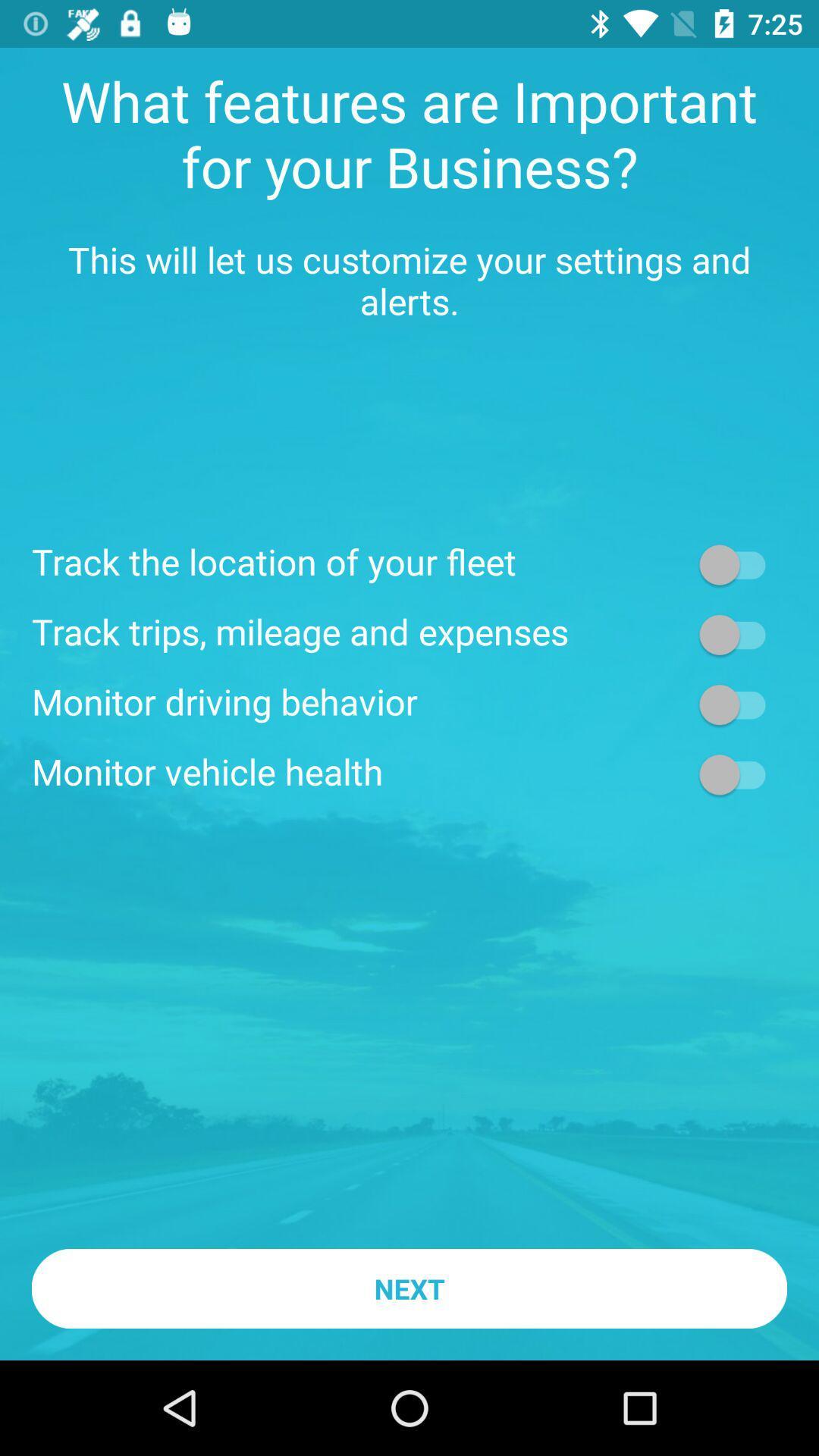 The height and width of the screenshot is (1456, 819). I want to click on on/off button, so click(739, 774).